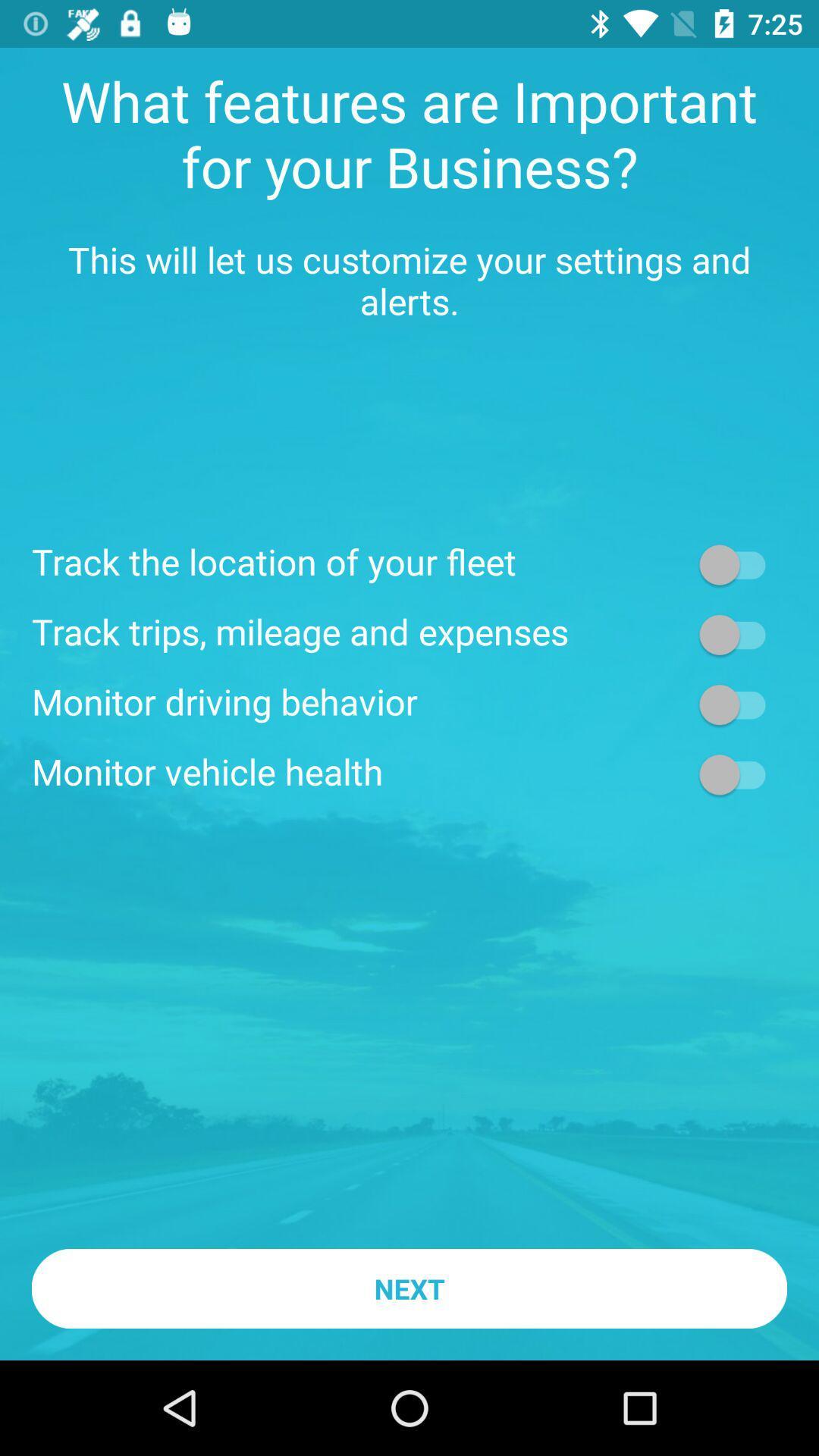 The height and width of the screenshot is (1456, 819). I want to click on on/off button, so click(739, 774).